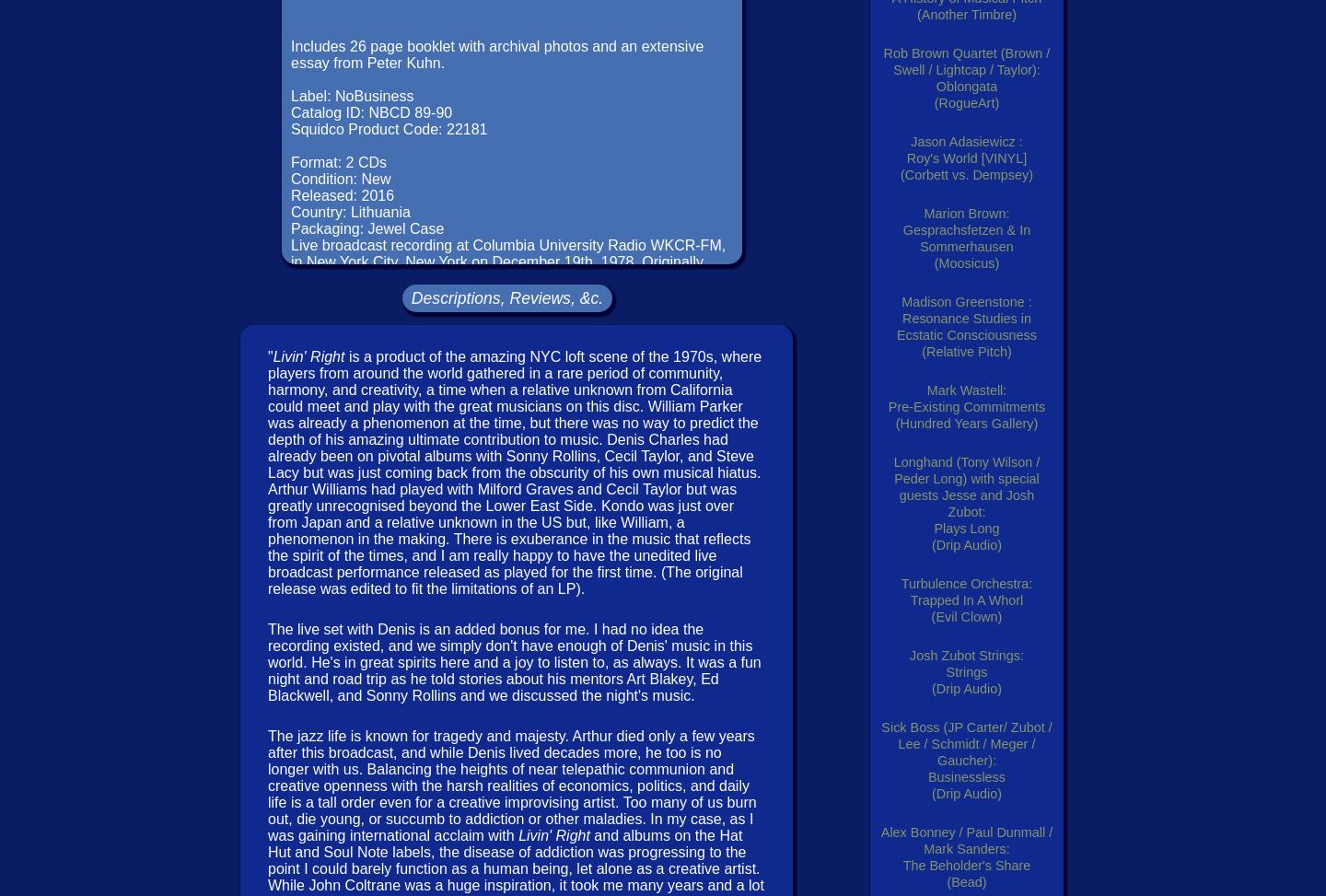  Describe the element at coordinates (901, 865) in the screenshot. I see `'The Beholder's Share'` at that location.